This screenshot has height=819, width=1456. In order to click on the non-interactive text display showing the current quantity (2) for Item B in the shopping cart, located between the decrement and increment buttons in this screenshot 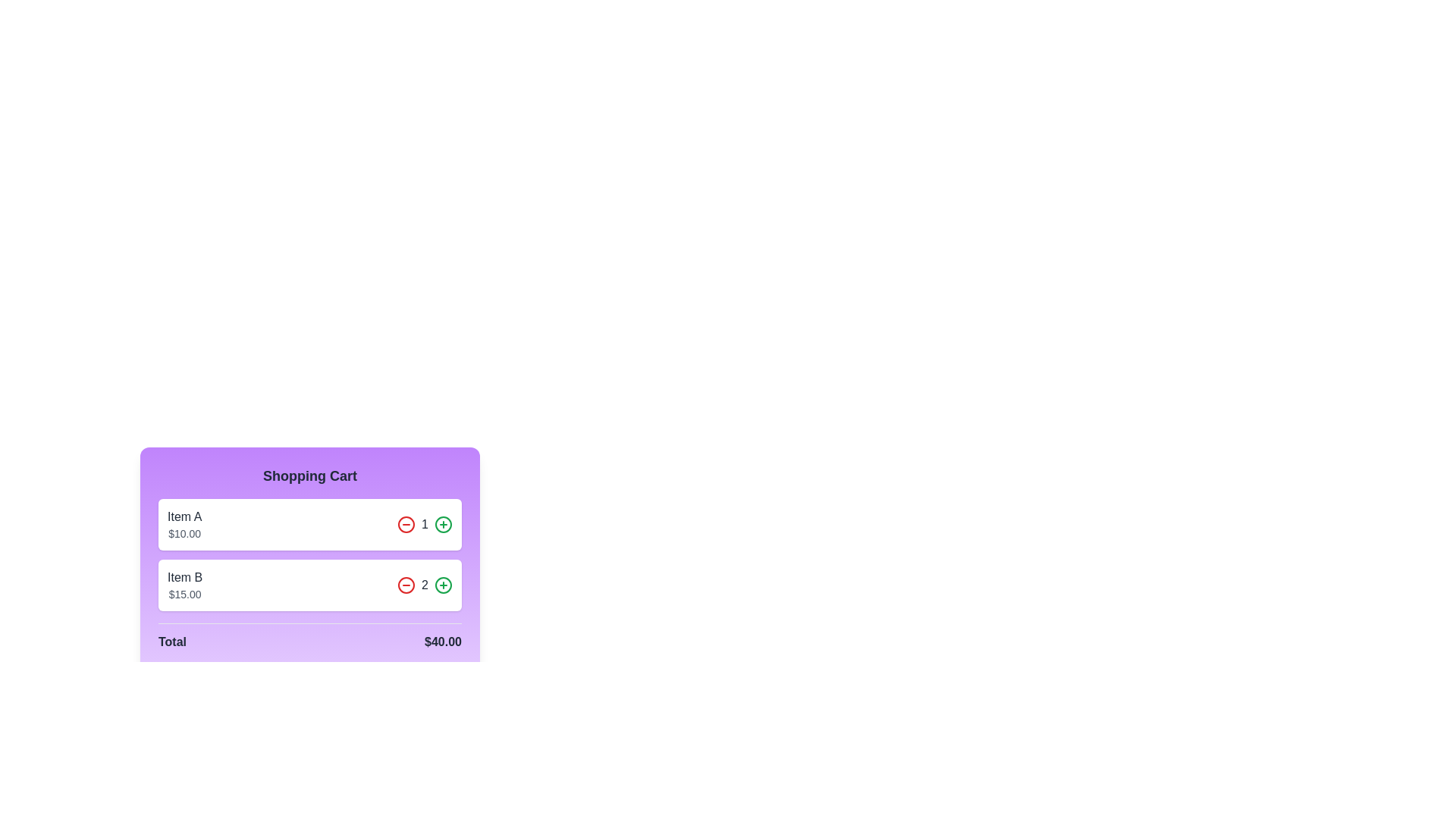, I will do `click(425, 584)`.